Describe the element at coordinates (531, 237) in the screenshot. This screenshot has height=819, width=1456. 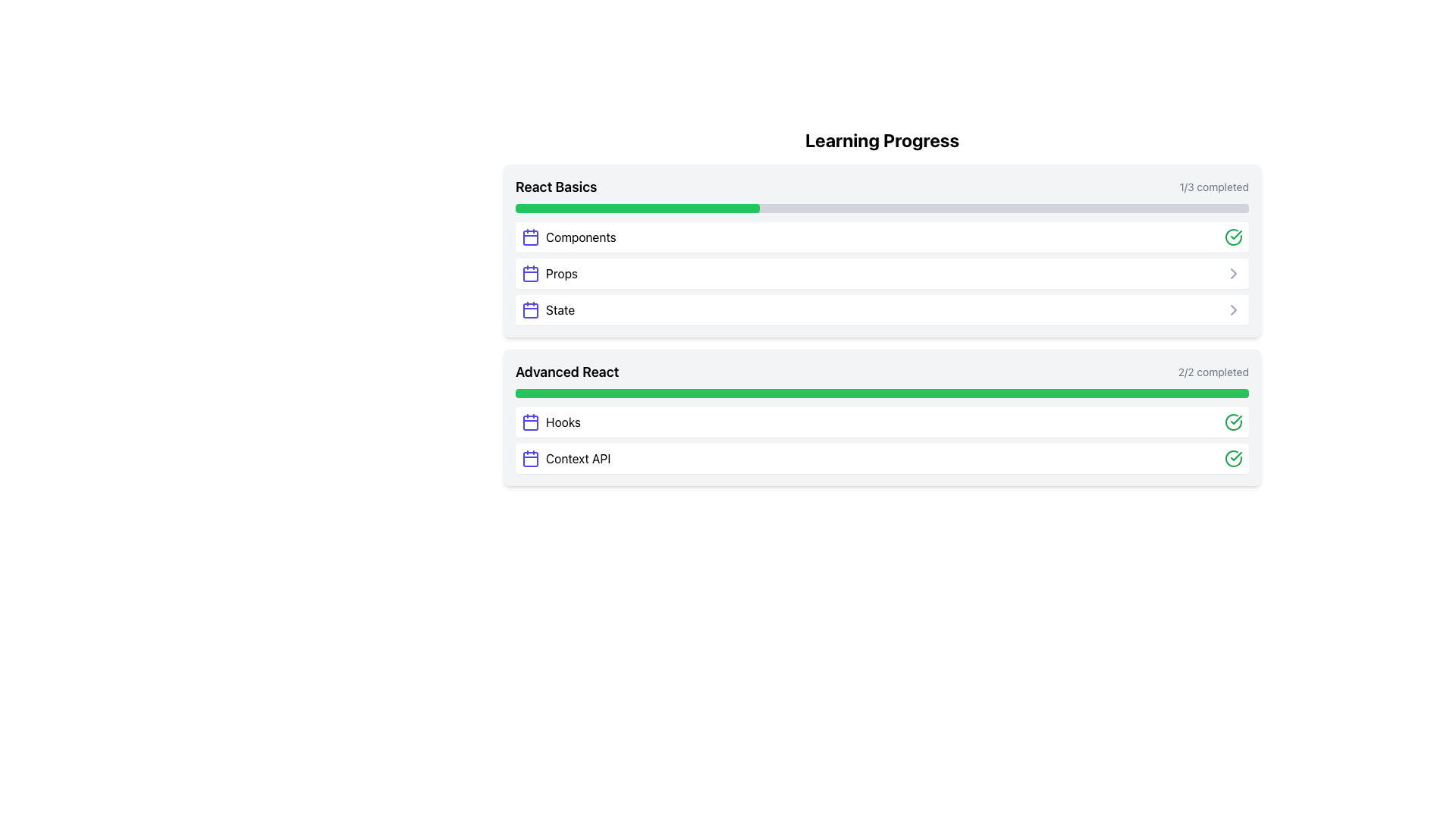
I see `the rectangular shape with rounded corners within the SVG calendar icon located in the 'Components' item of the 'React Basics' section` at that location.